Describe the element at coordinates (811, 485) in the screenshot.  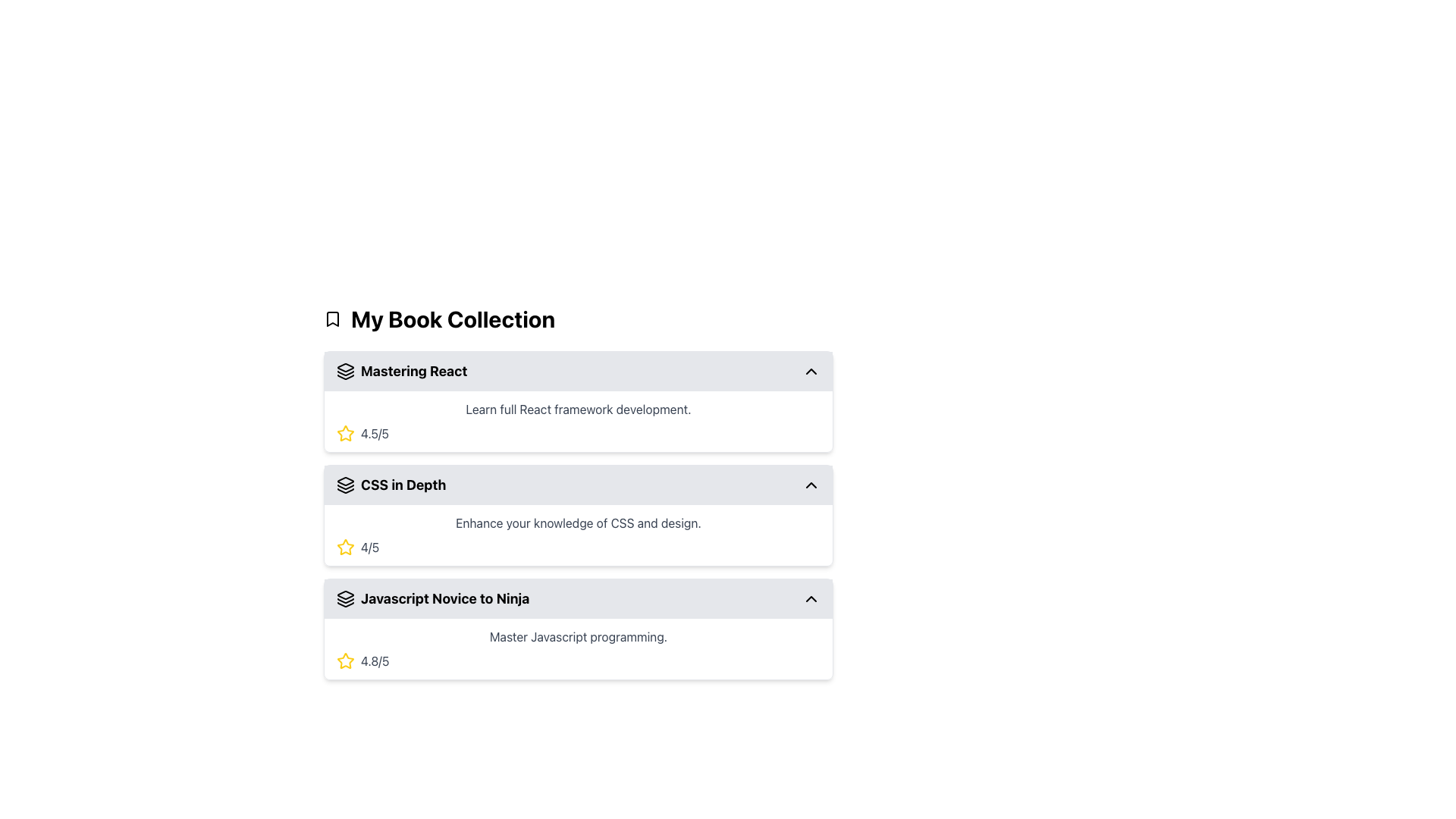
I see `the Chevron Up icon in the header of the 'CSS in Depth' book entry in the 'My Book Collection' section` at that location.